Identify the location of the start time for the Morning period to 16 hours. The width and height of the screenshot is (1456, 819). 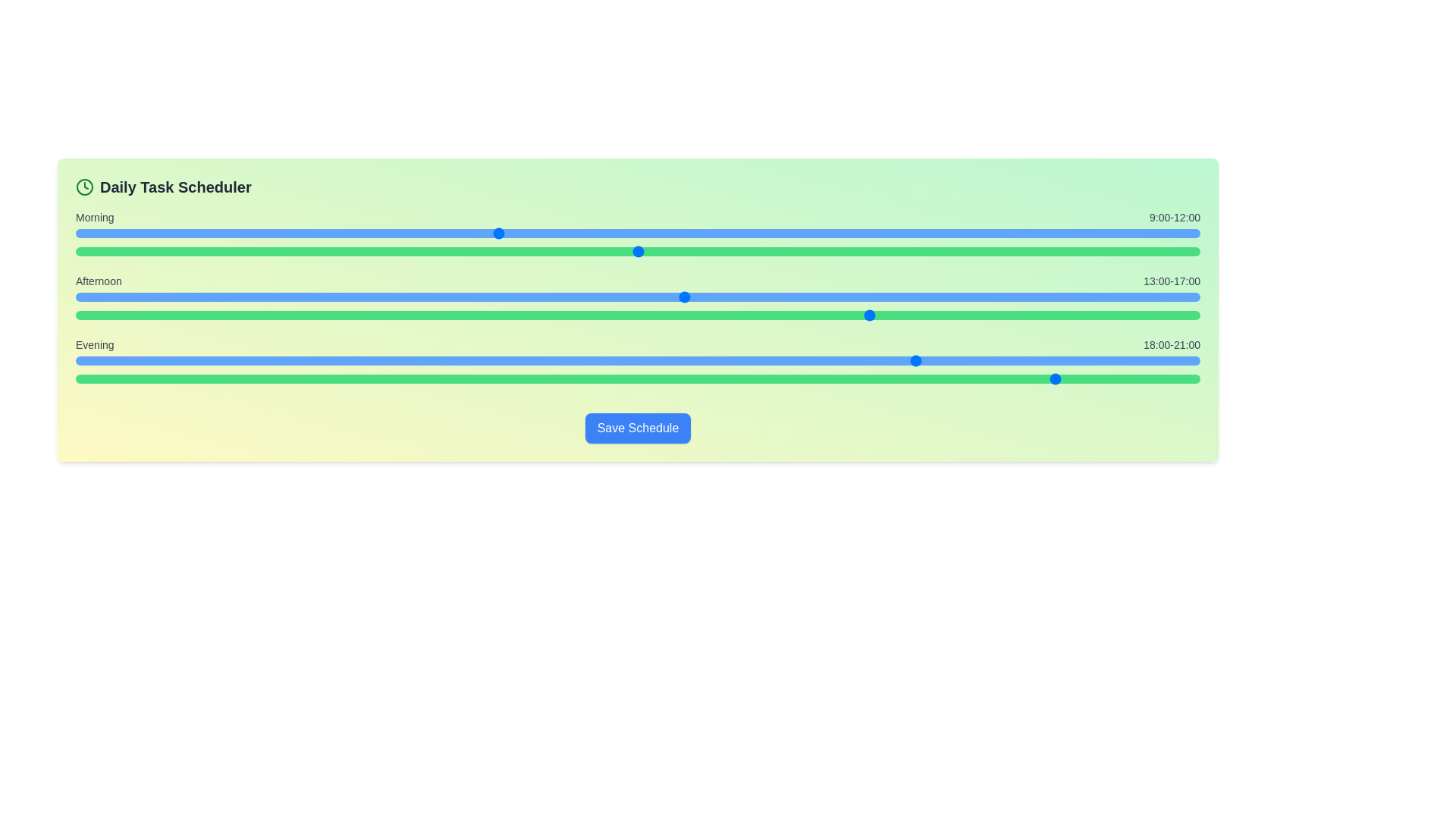
(824, 234).